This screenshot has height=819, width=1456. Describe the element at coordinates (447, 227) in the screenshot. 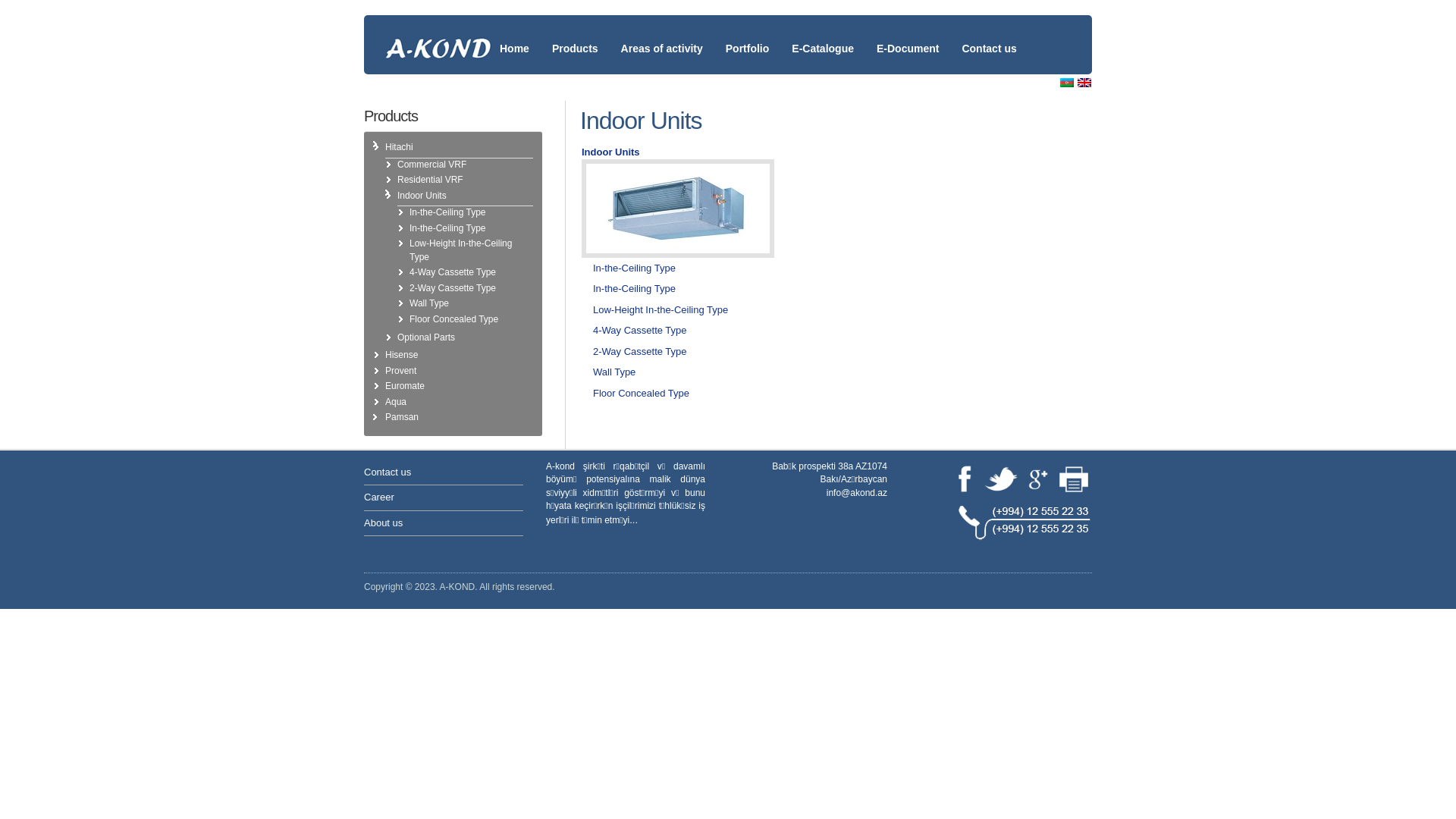

I see `'In-the-Ceiling Type'` at that location.